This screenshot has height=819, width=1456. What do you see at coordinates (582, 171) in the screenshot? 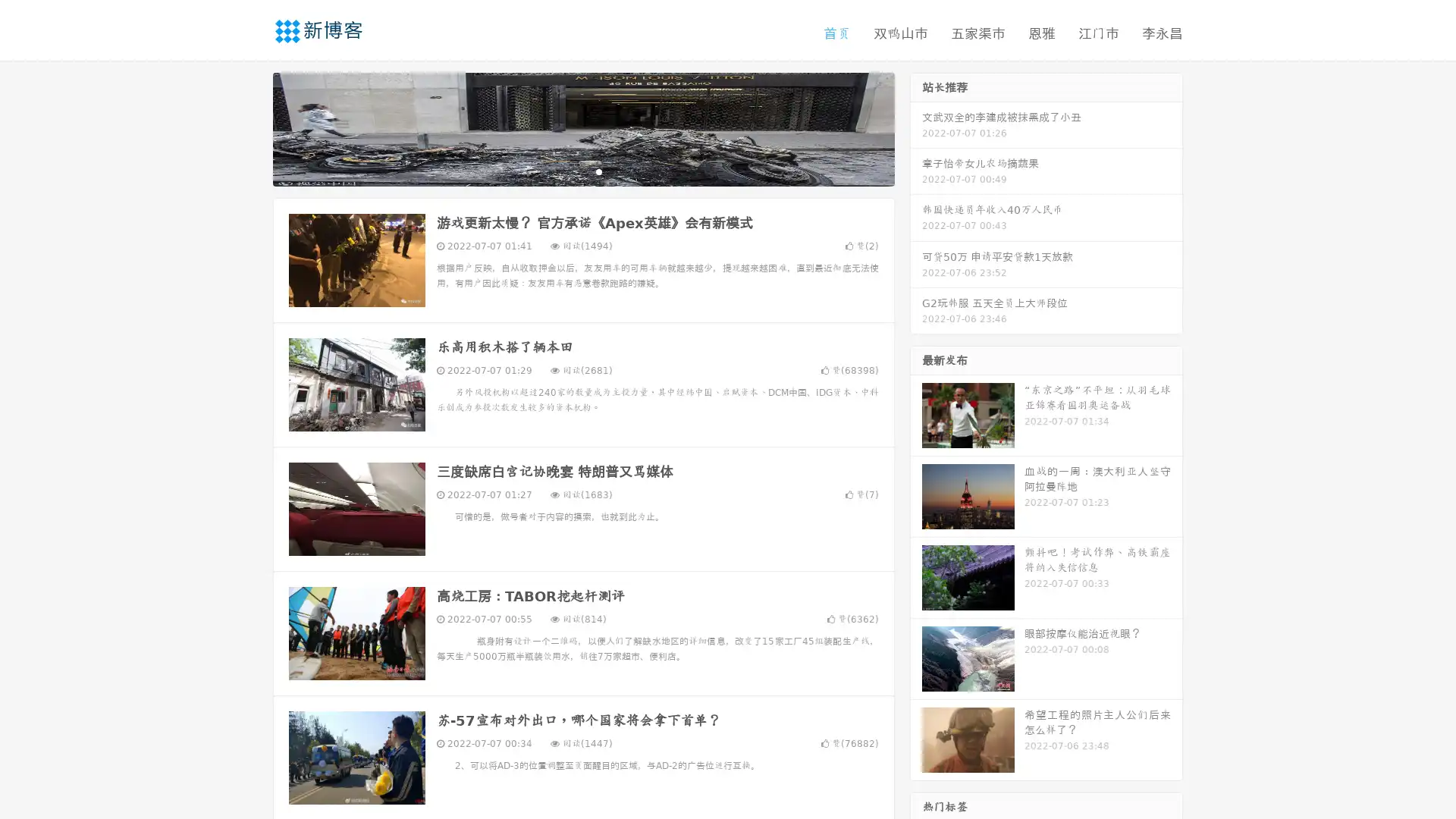
I see `Go to slide 2` at bounding box center [582, 171].